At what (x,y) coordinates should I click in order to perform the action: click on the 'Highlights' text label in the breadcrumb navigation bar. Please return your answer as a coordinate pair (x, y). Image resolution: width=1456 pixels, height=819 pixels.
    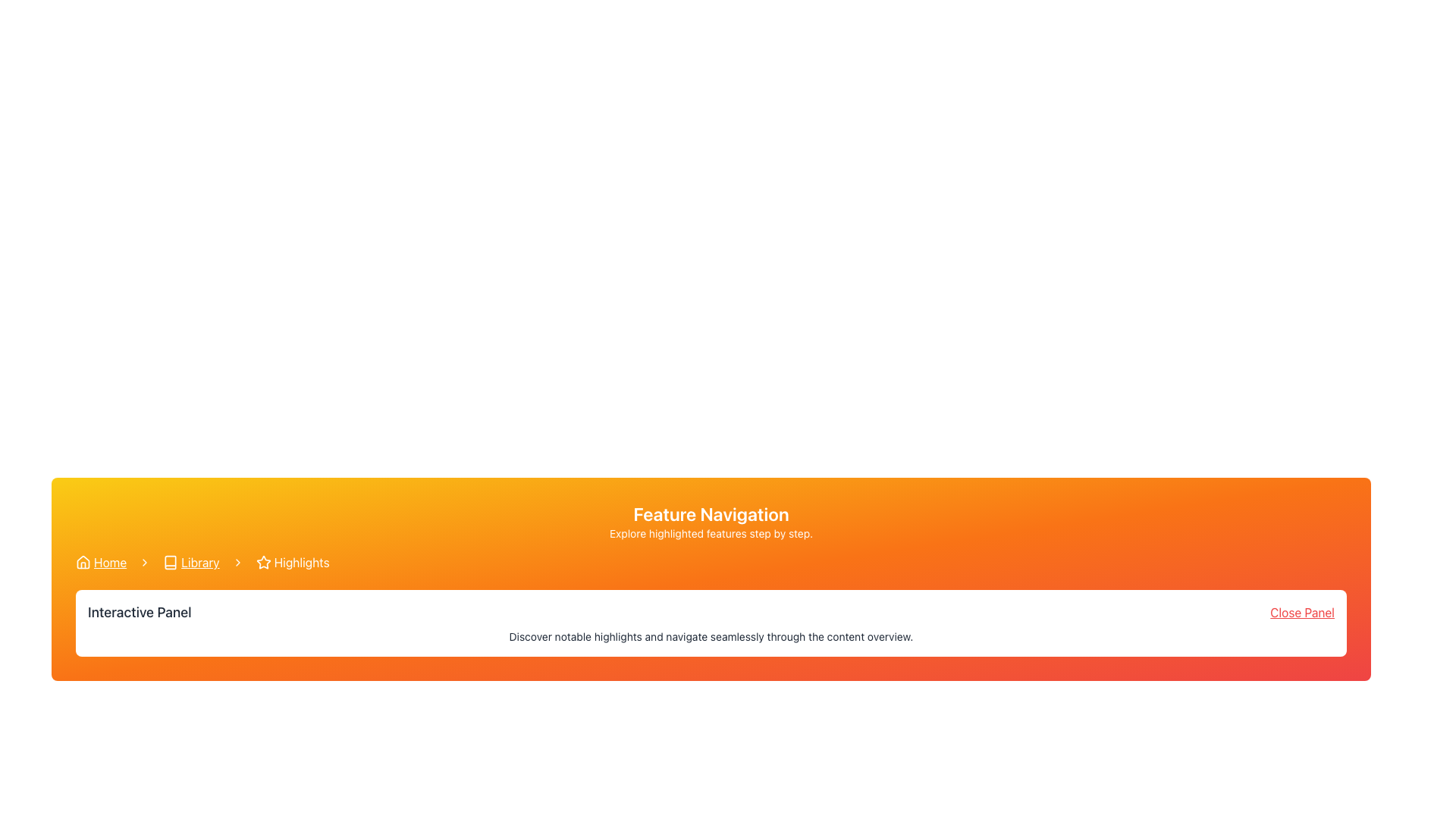
    Looking at the image, I should click on (302, 562).